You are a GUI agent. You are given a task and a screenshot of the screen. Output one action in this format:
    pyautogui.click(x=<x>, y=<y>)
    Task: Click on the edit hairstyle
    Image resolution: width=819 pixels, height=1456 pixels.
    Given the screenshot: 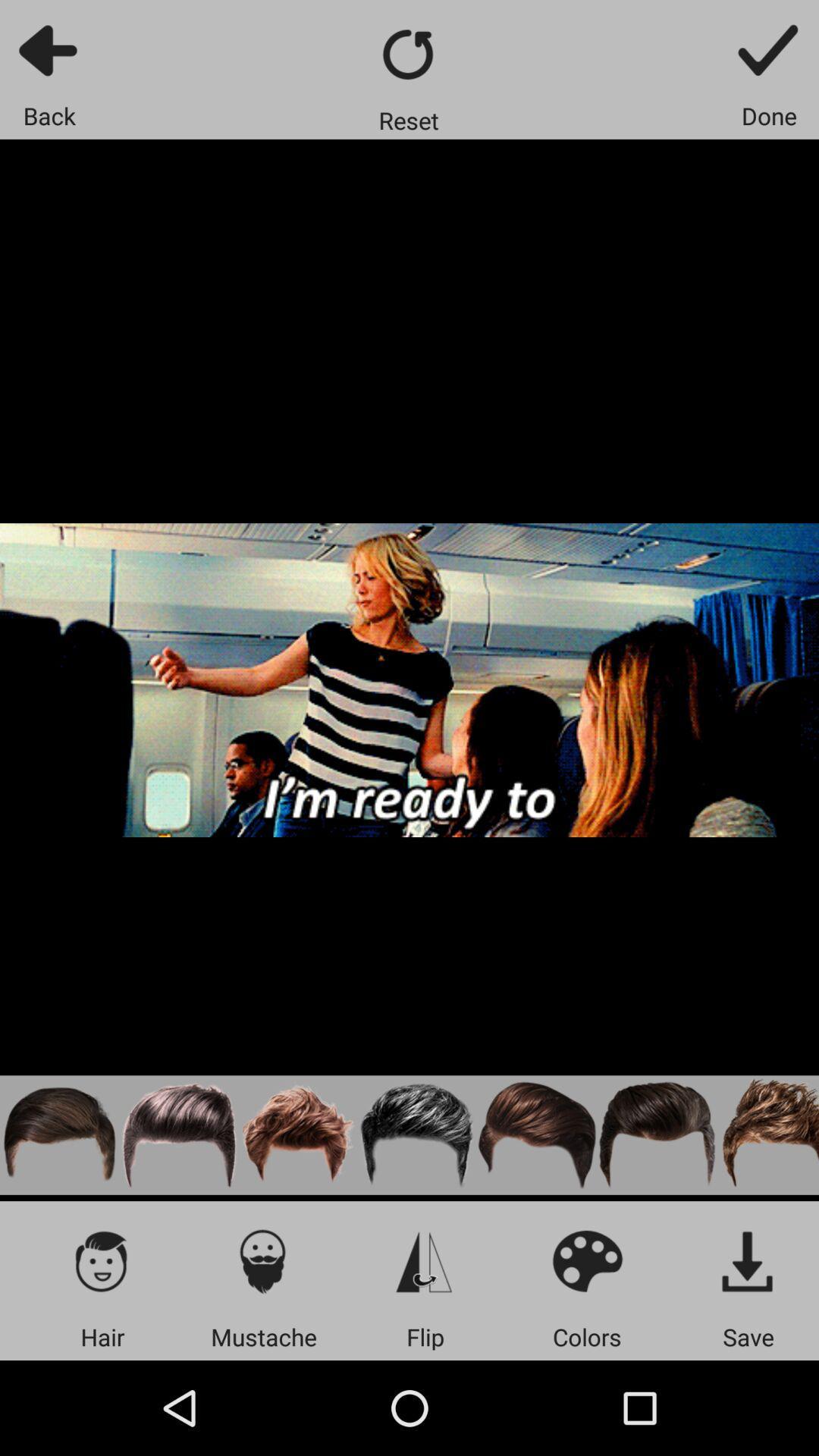 What is the action you would take?
    pyautogui.click(x=298, y=1135)
    